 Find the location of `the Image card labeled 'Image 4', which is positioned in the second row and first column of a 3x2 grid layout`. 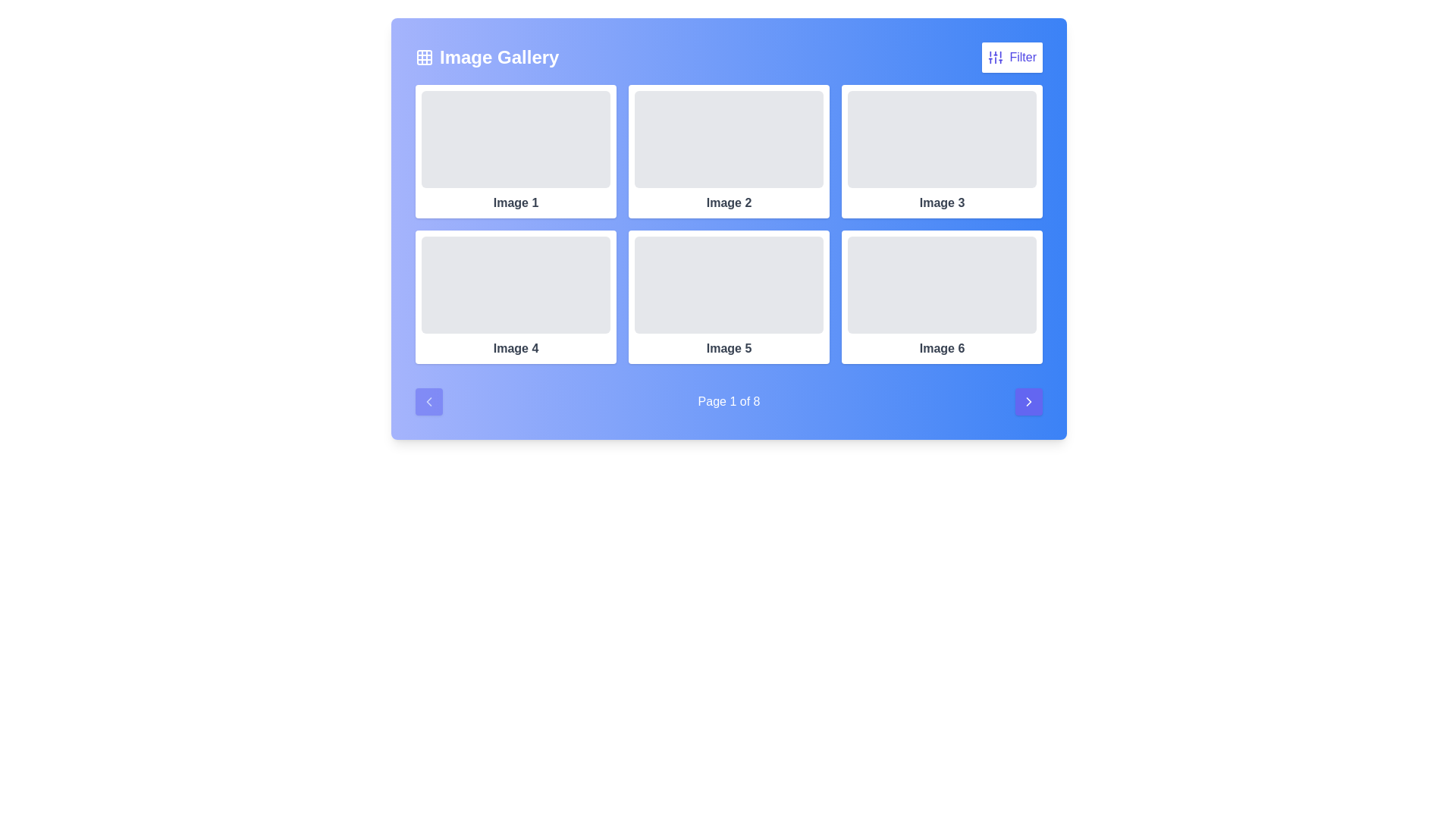

the Image card labeled 'Image 4', which is positioned in the second row and first column of a 3x2 grid layout is located at coordinates (516, 297).